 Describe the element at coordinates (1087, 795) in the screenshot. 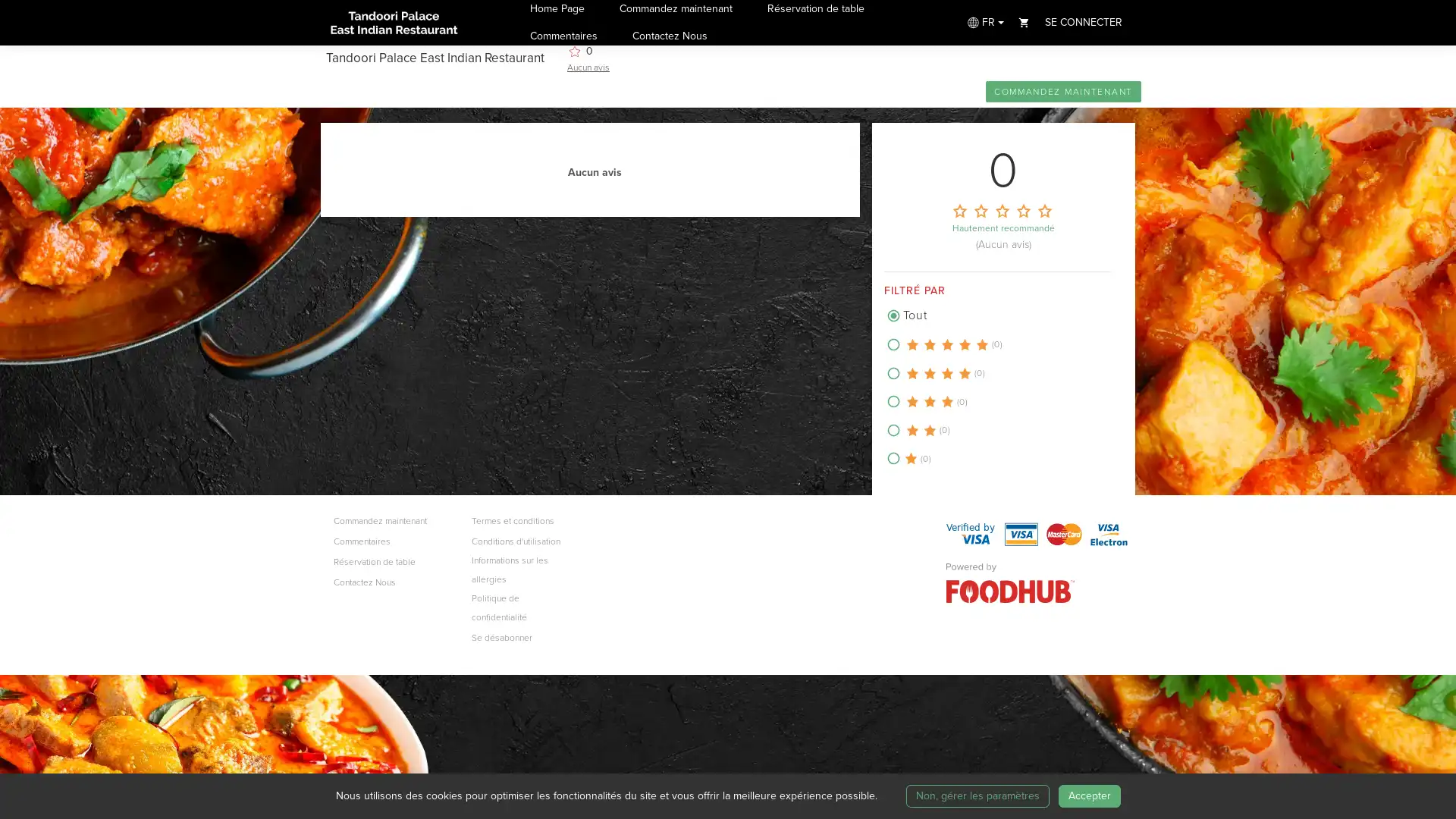

I see `Accepter` at that location.